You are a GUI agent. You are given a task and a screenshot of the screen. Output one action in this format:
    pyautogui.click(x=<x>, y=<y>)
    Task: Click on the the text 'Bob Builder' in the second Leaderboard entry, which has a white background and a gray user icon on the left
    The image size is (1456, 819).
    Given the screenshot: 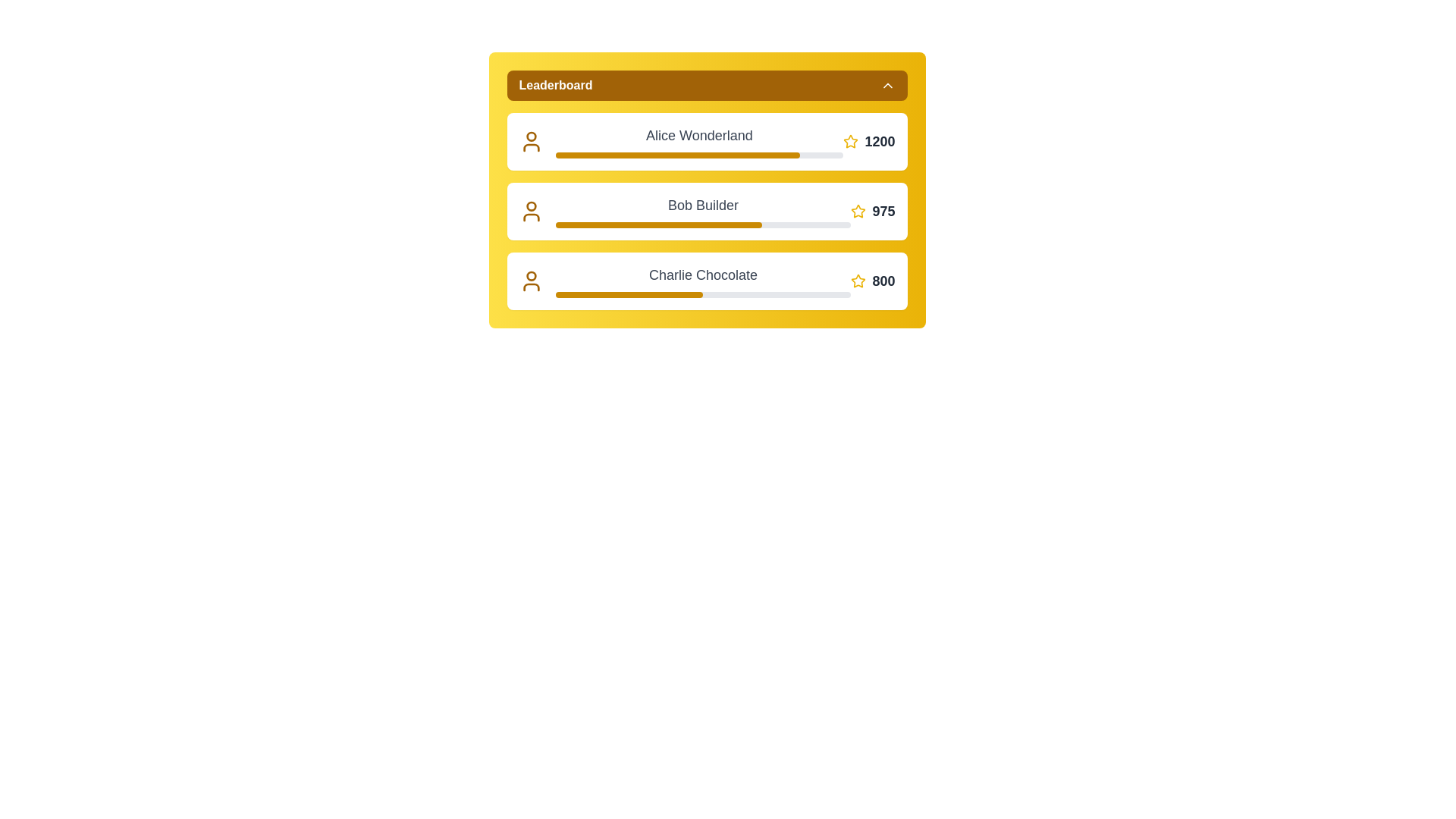 What is the action you would take?
    pyautogui.click(x=706, y=189)
    